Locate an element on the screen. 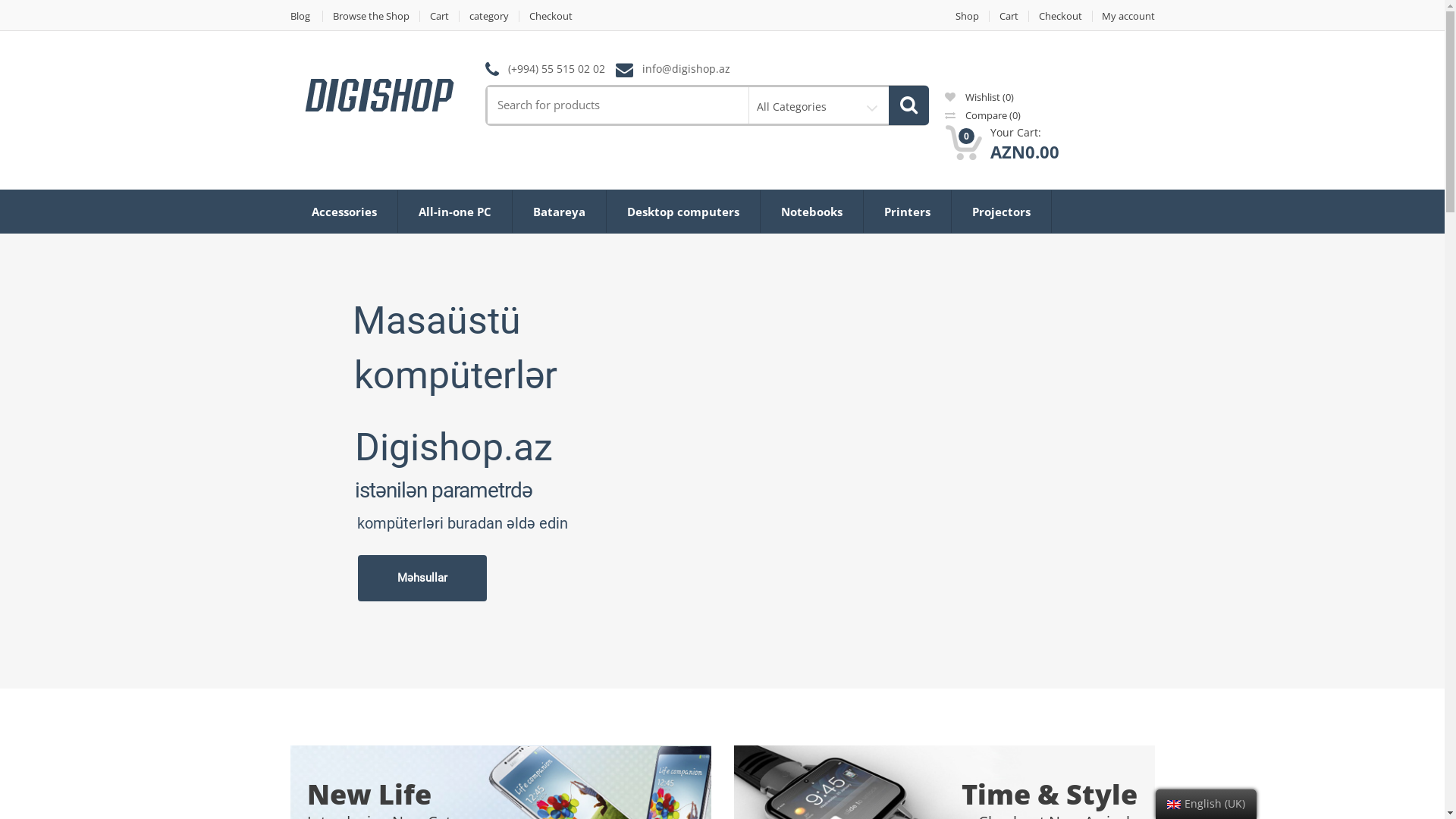 This screenshot has height=819, width=1456. 'Cart' is located at coordinates (419, 16).